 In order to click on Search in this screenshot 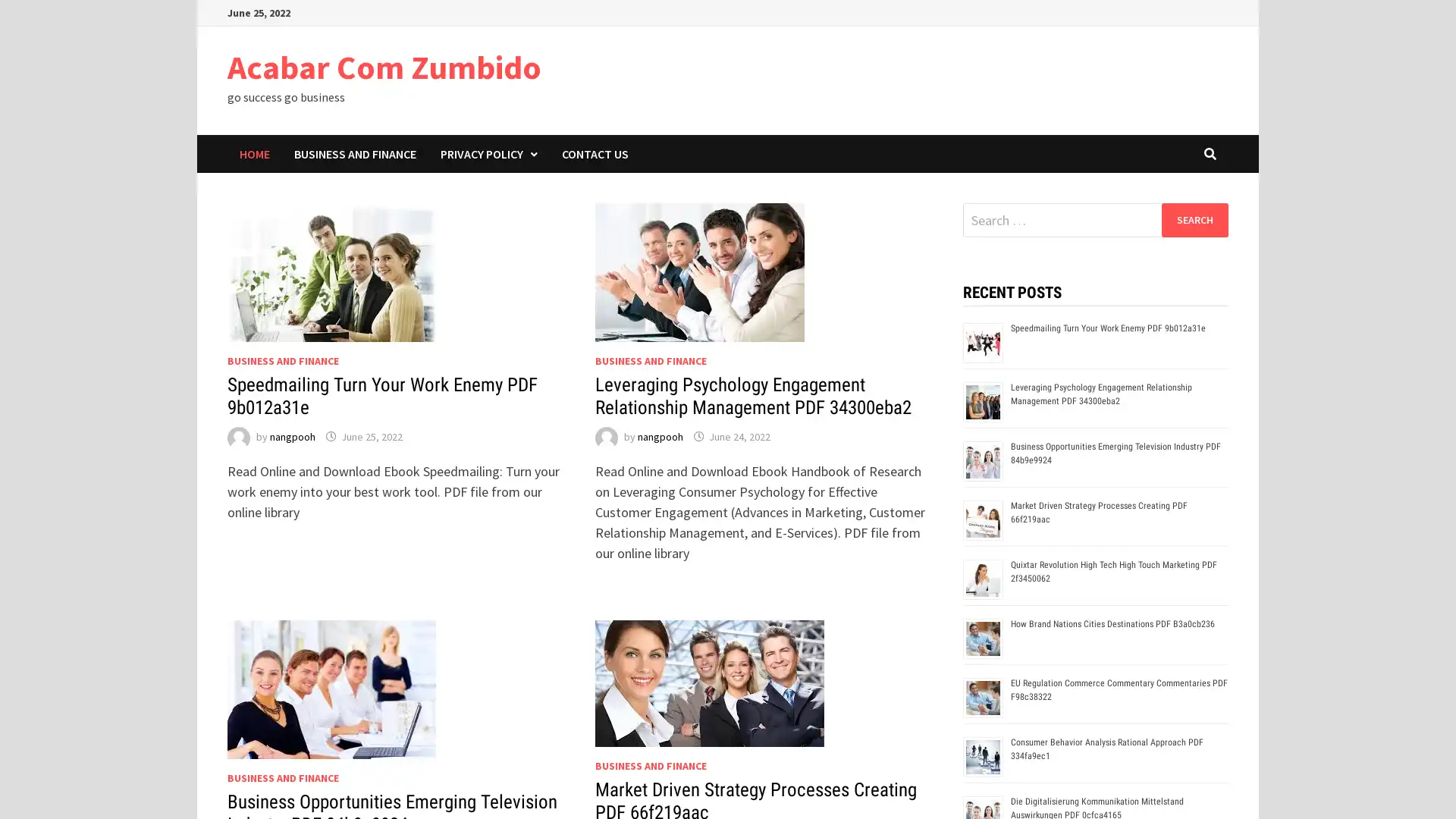, I will do `click(1194, 219)`.